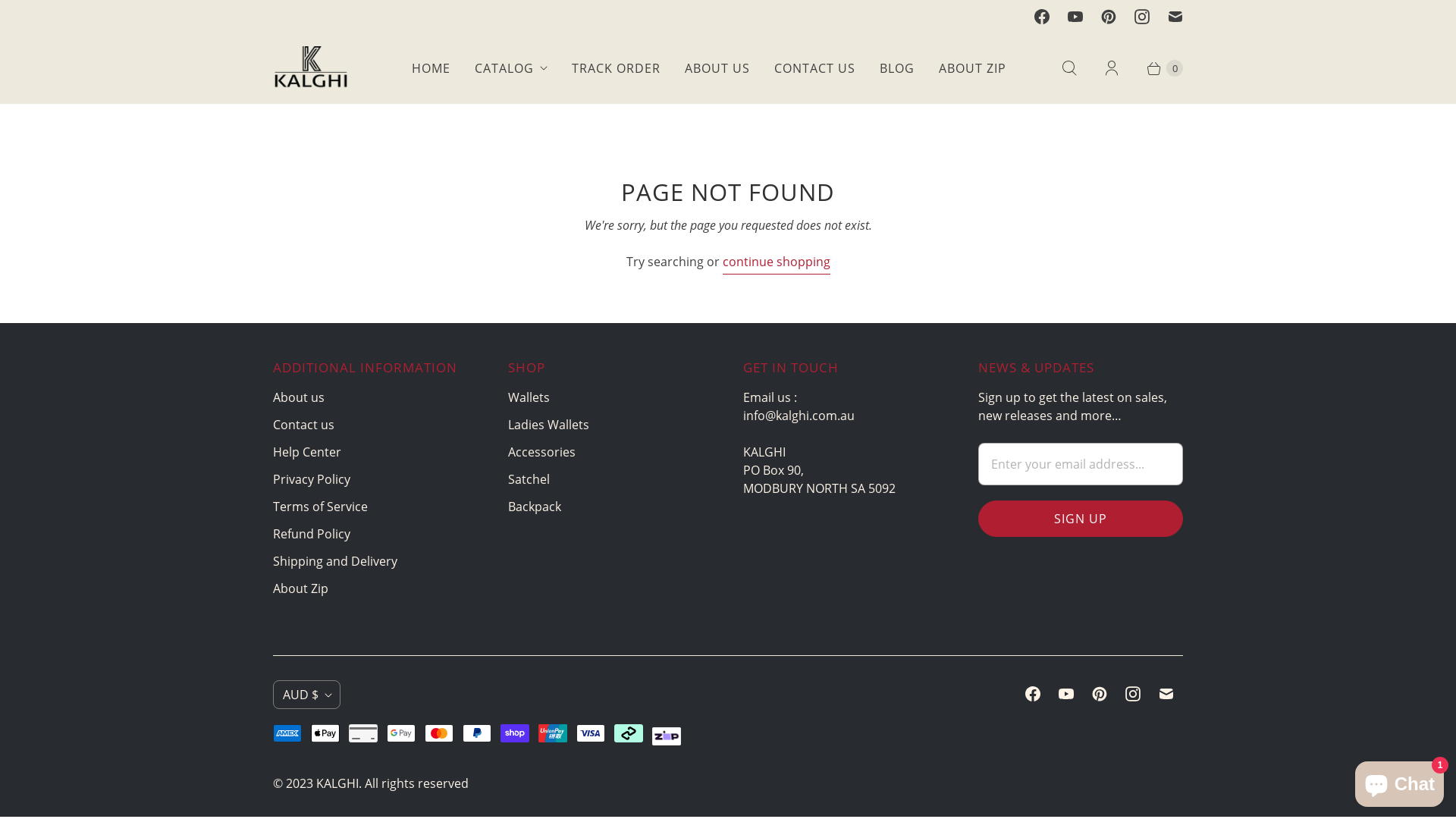 The height and width of the screenshot is (819, 1456). I want to click on 'Backpack', so click(535, 506).